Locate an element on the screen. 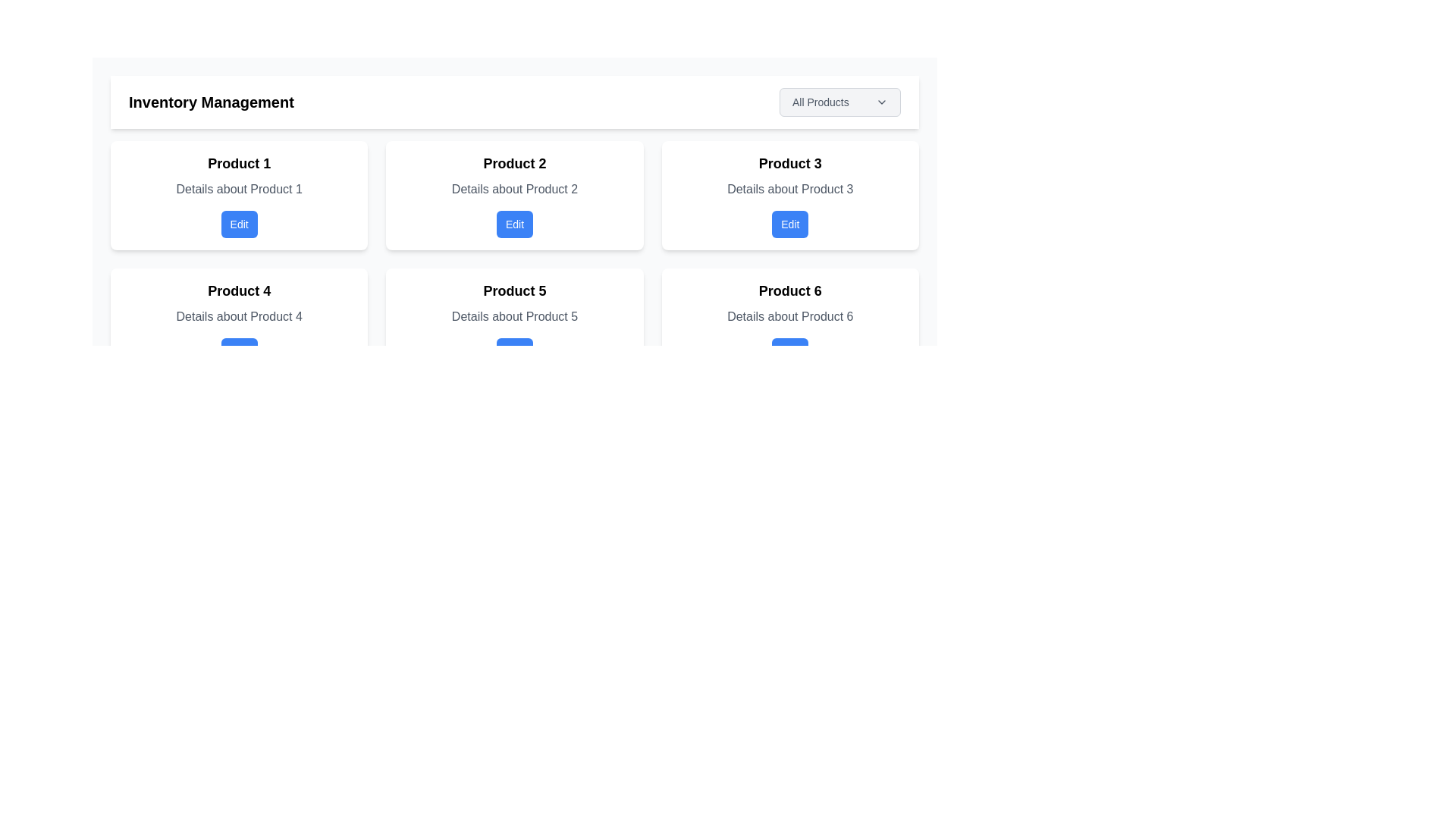 The height and width of the screenshot is (819, 1456). the 'Product 1' text element is located at coordinates (238, 164).